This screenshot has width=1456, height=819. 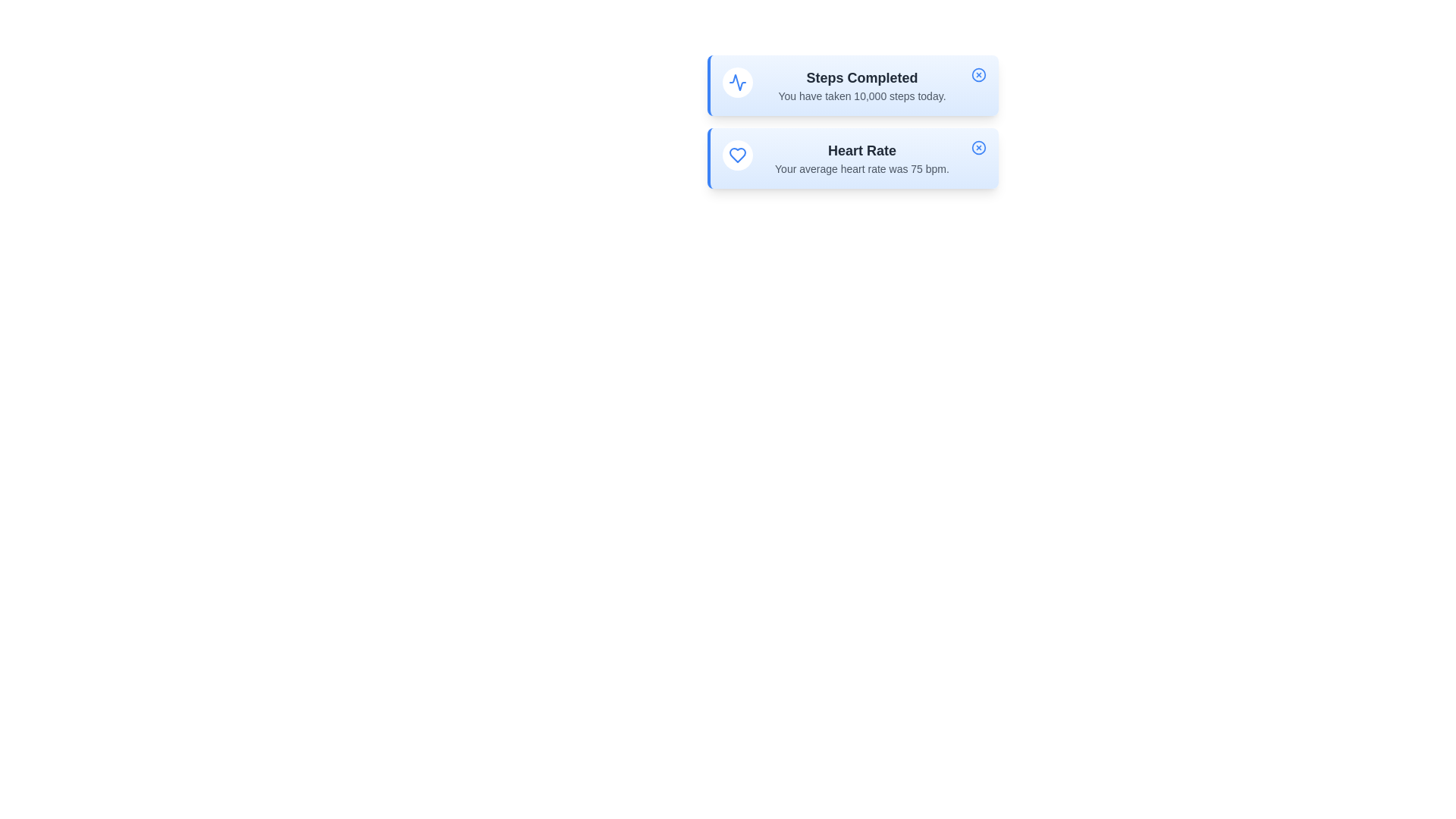 What do you see at coordinates (738, 82) in the screenshot?
I see `the icon representing the activity type Steps Completed` at bounding box center [738, 82].